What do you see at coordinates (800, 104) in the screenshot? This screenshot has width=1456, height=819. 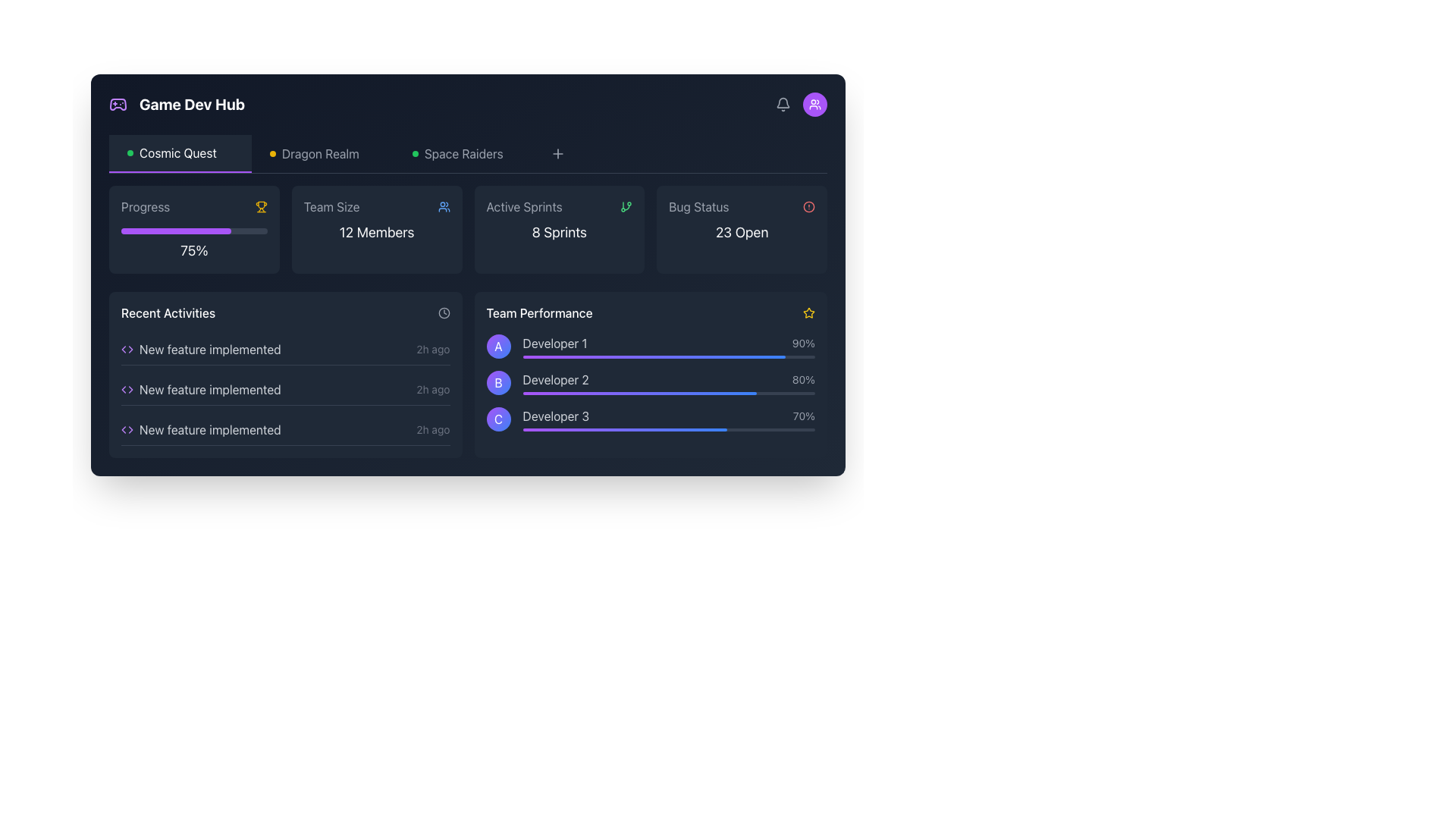 I see `the user profile button located as the second item from the right` at bounding box center [800, 104].